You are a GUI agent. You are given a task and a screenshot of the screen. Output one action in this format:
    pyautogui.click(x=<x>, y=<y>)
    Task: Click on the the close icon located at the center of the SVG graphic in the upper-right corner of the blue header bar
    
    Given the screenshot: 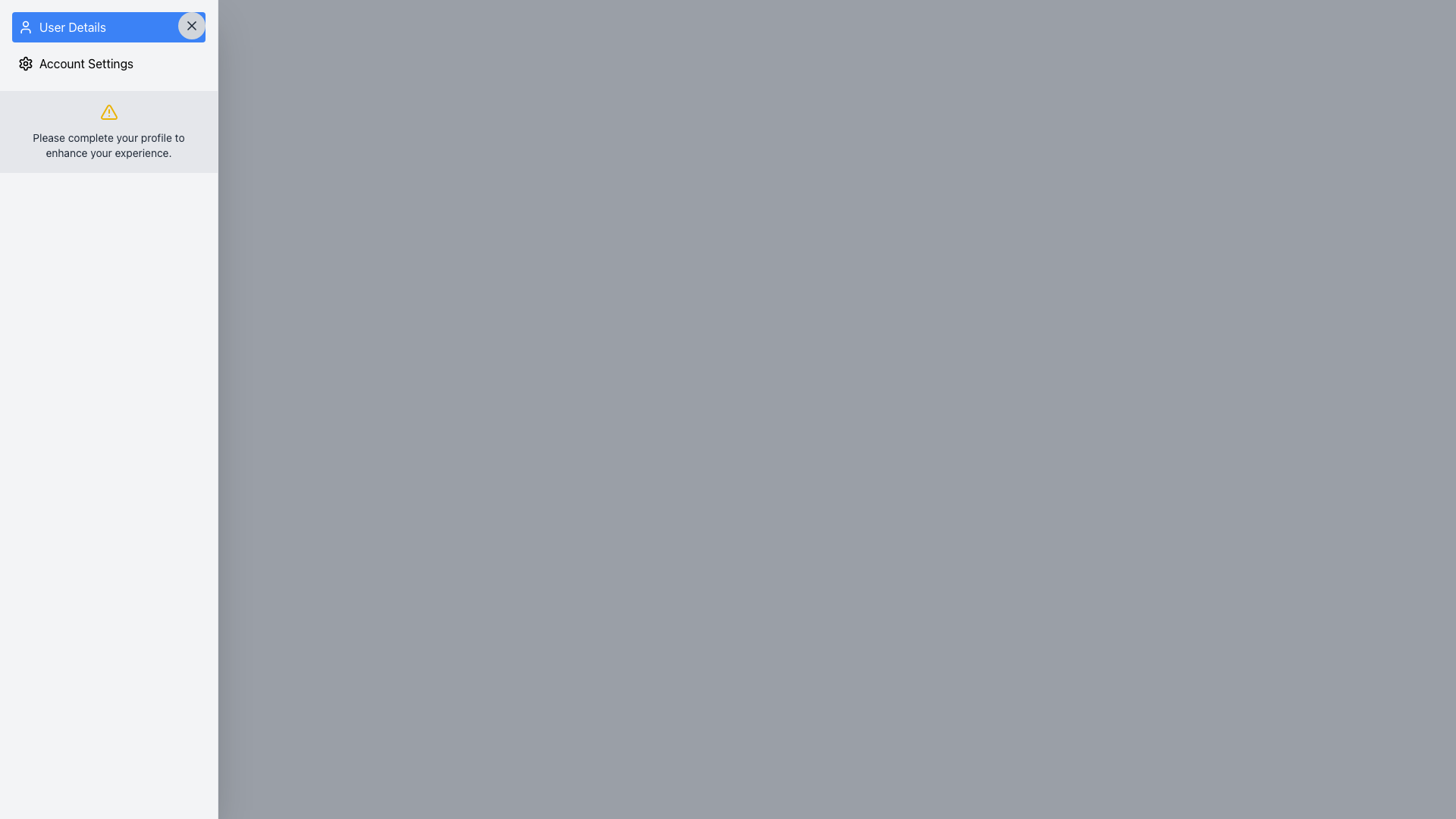 What is the action you would take?
    pyautogui.click(x=191, y=26)
    